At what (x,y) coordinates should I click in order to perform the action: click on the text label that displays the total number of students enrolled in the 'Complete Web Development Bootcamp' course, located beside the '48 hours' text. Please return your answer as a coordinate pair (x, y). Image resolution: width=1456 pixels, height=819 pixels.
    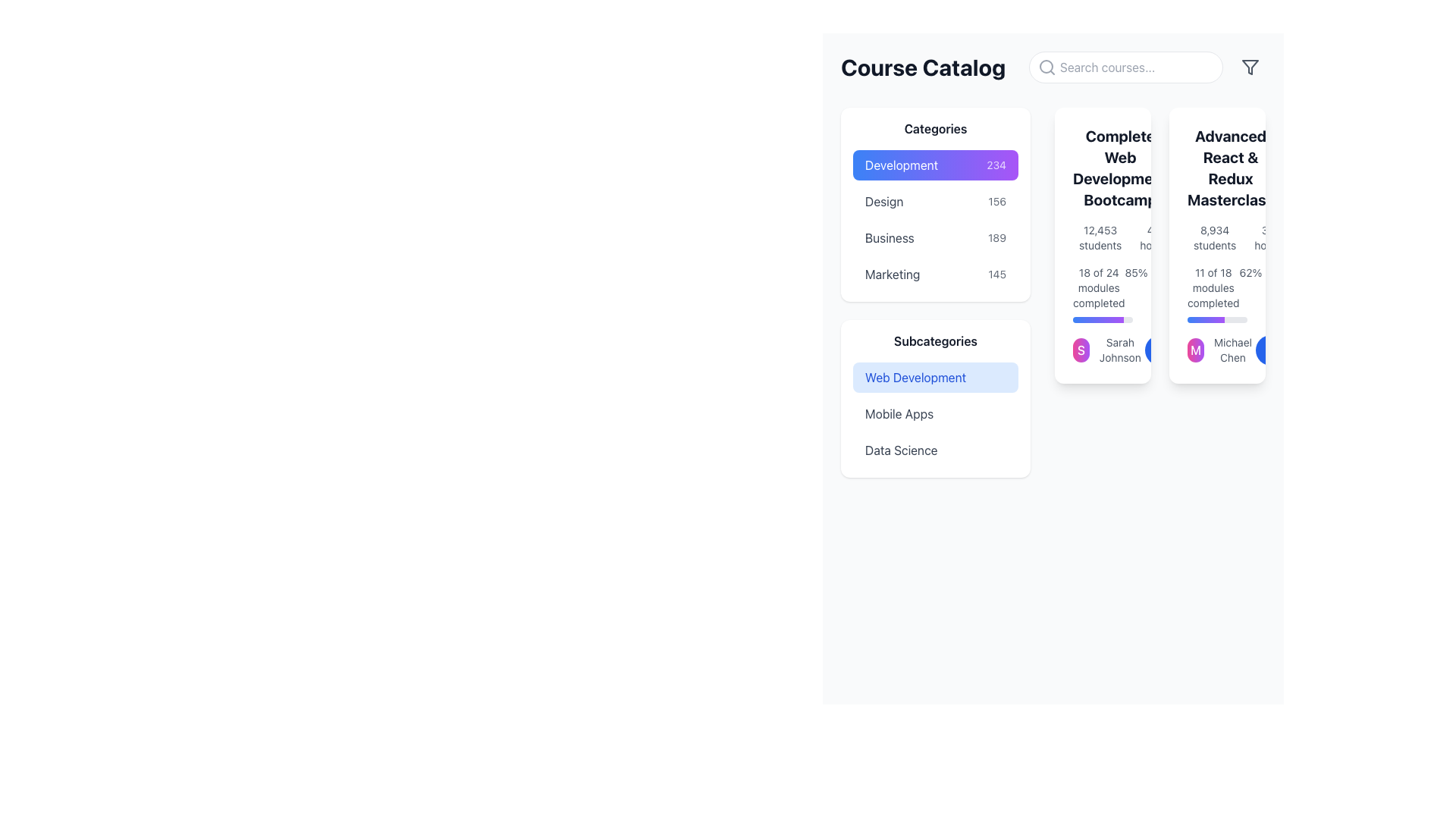
    Looking at the image, I should click on (1100, 237).